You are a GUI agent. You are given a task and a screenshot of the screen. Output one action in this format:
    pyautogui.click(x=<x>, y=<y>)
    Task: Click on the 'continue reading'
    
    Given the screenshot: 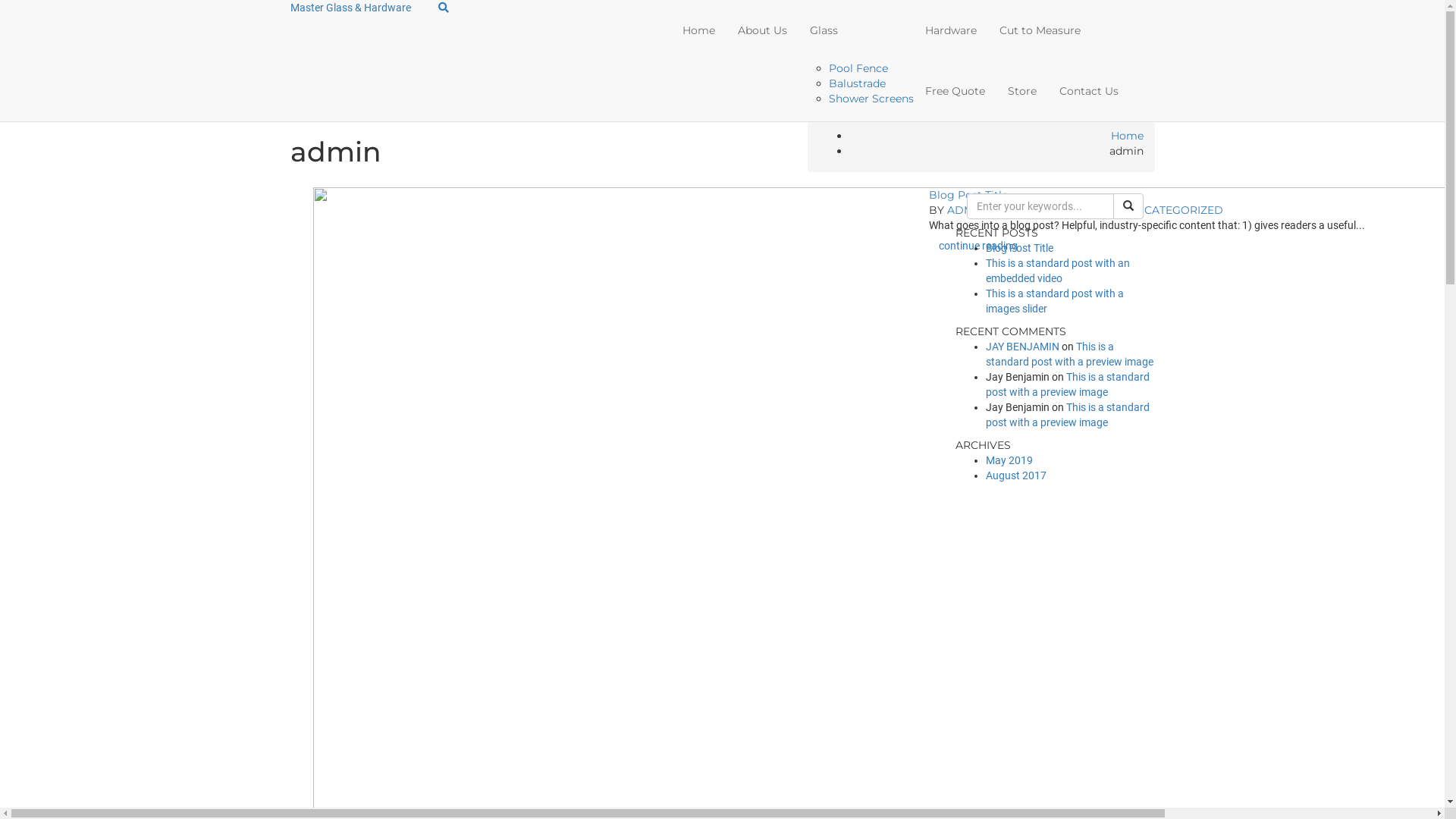 What is the action you would take?
    pyautogui.click(x=978, y=245)
    